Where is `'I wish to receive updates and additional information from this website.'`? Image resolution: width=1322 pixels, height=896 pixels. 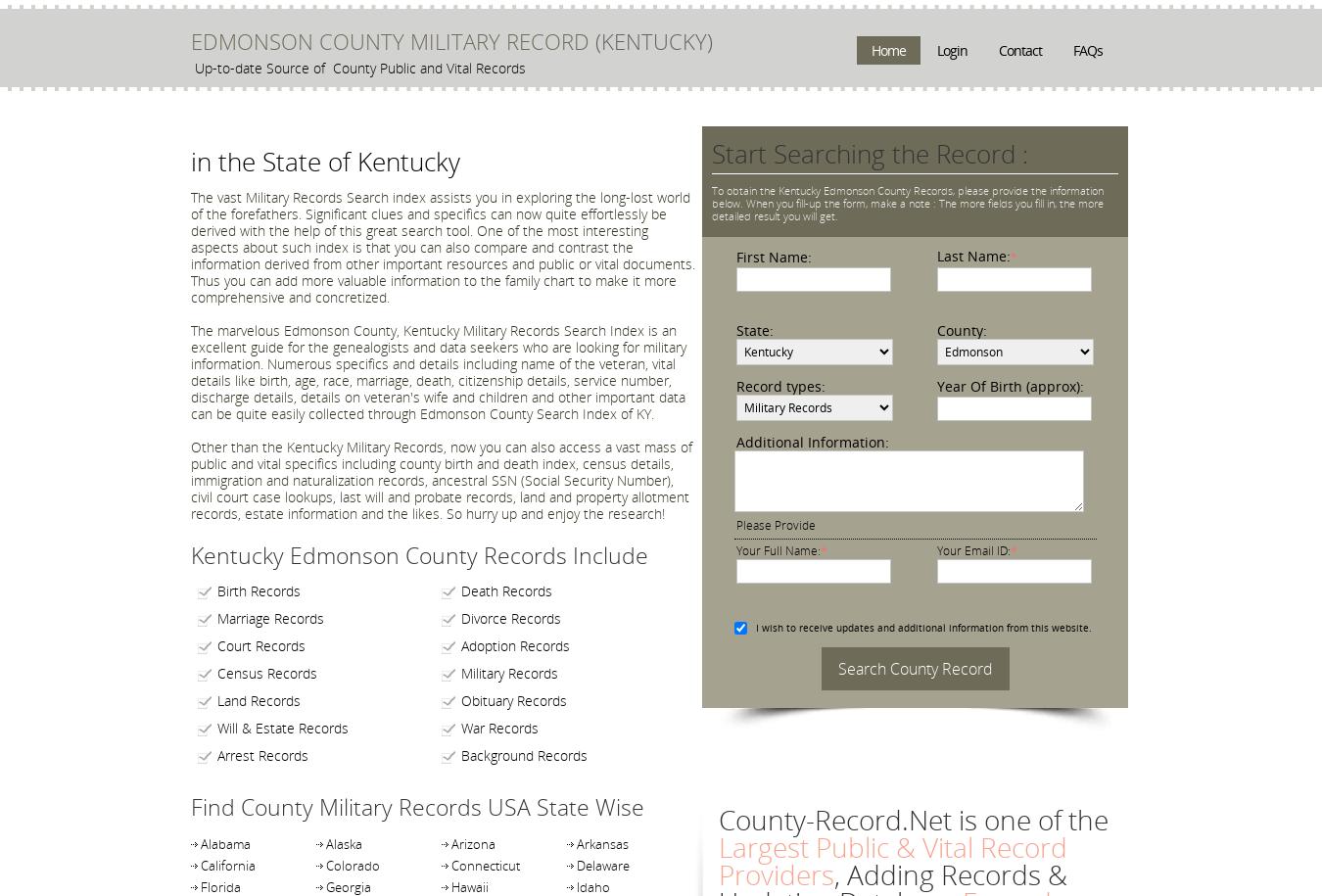 'I wish to receive updates and additional information from this website.' is located at coordinates (921, 627).